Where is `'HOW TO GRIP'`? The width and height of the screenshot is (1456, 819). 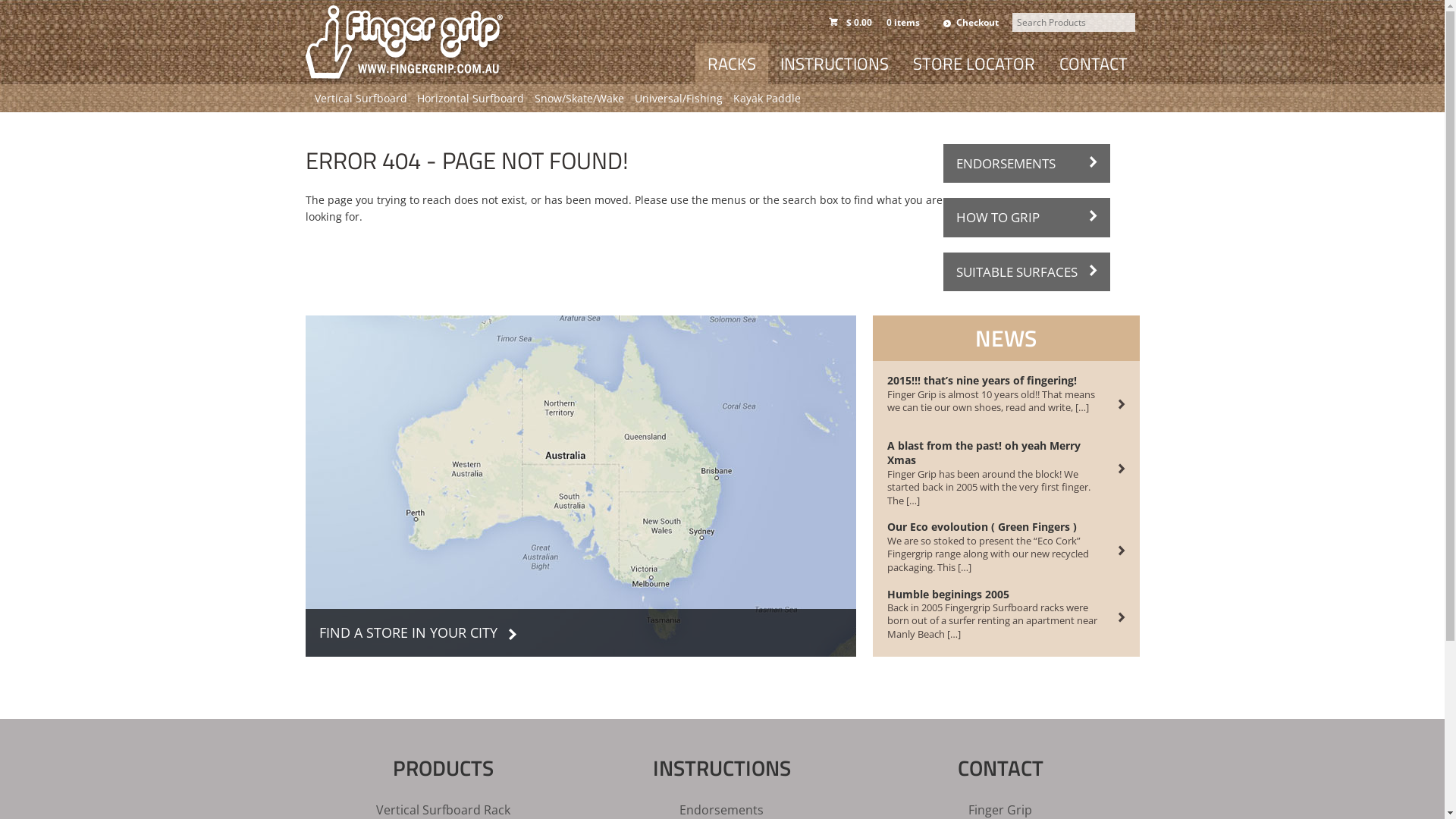
'HOW TO GRIP' is located at coordinates (1026, 217).